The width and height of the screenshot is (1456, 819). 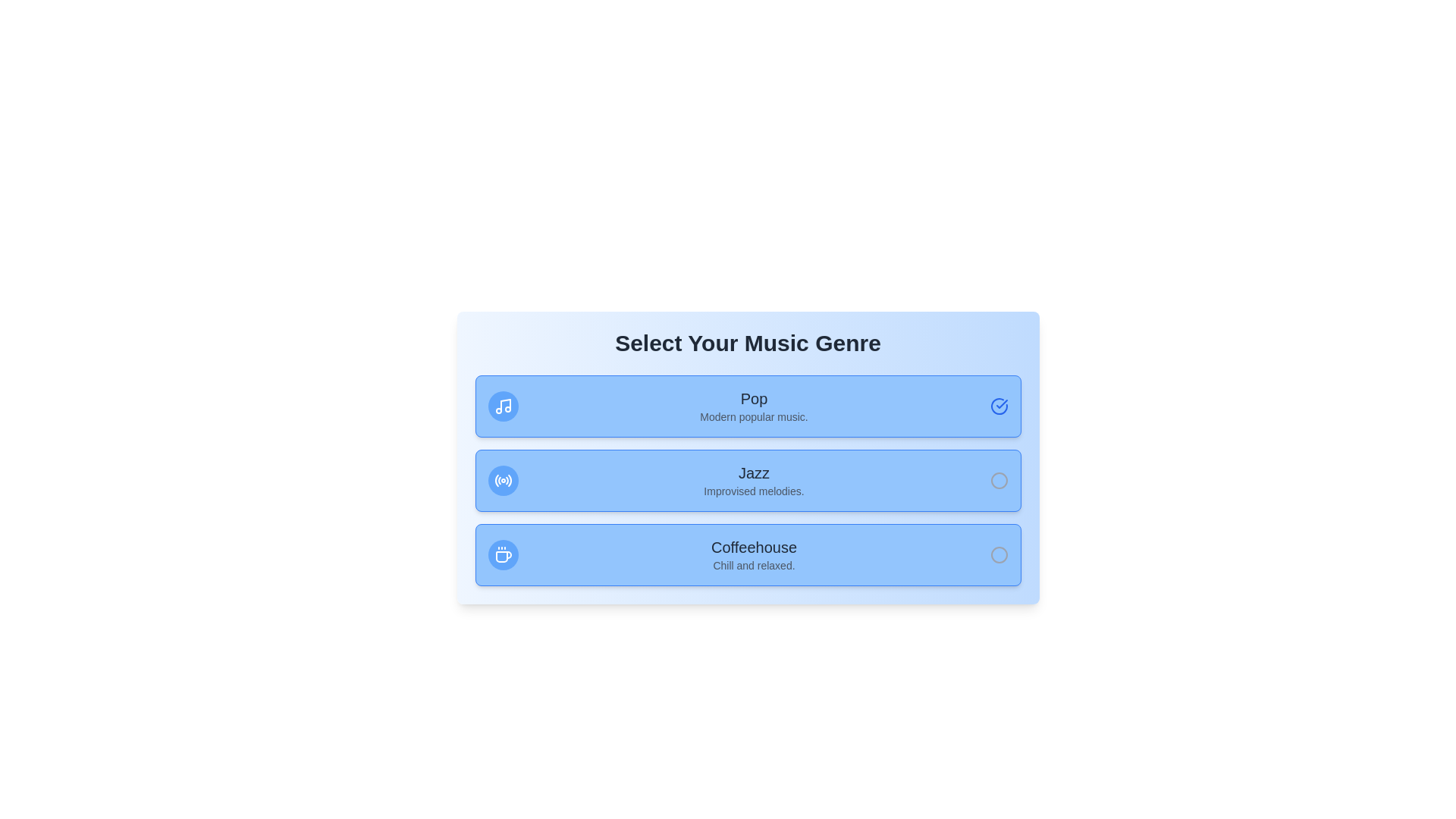 I want to click on the second curved line in the SVG graphic, which is part of a circular design and has a thin stroke width, so click(x=499, y=480).